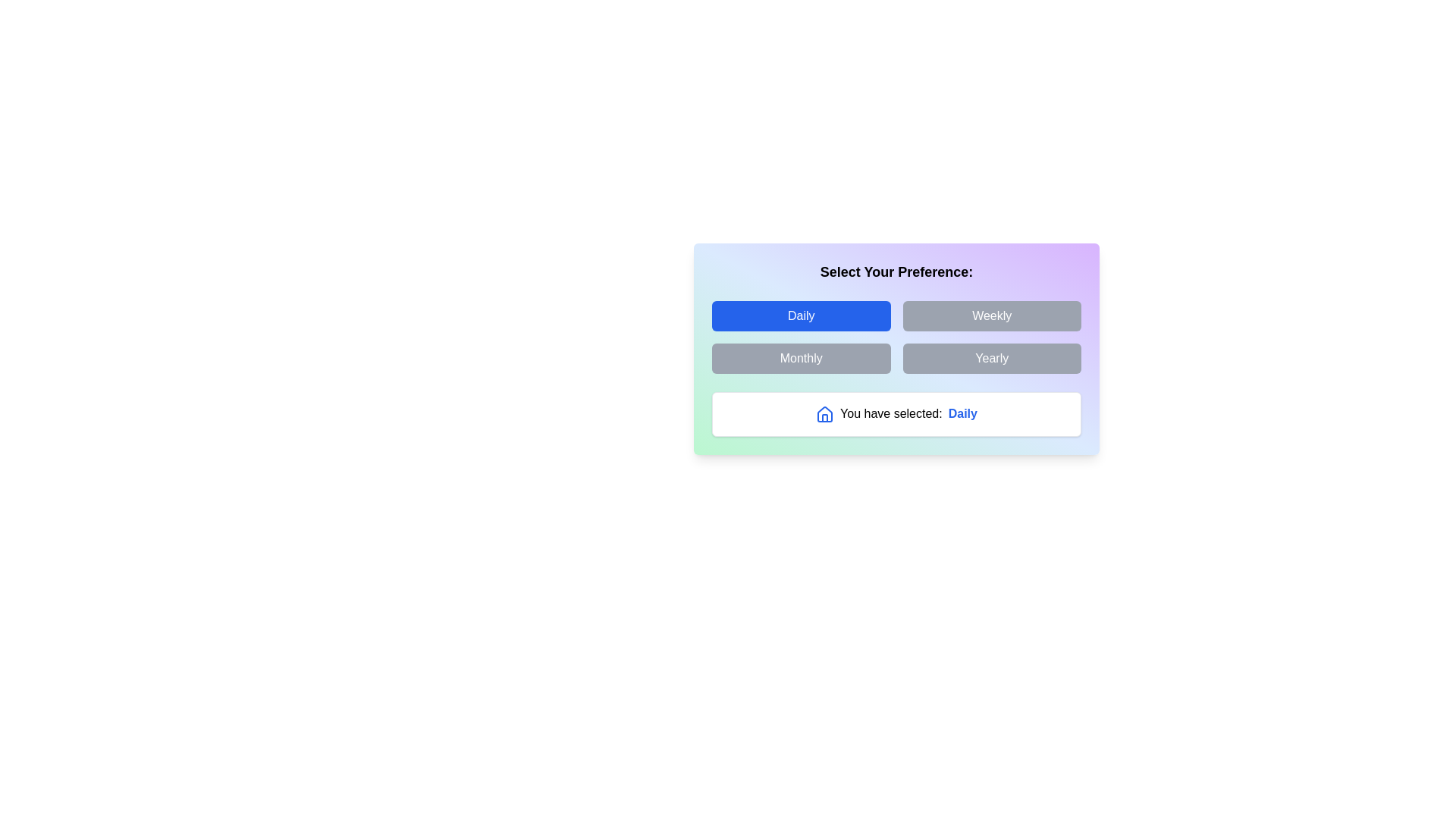 The width and height of the screenshot is (1456, 819). What do you see at coordinates (800, 315) in the screenshot?
I see `the 'Daily' preference button located at the top-left position of the button grid` at bounding box center [800, 315].